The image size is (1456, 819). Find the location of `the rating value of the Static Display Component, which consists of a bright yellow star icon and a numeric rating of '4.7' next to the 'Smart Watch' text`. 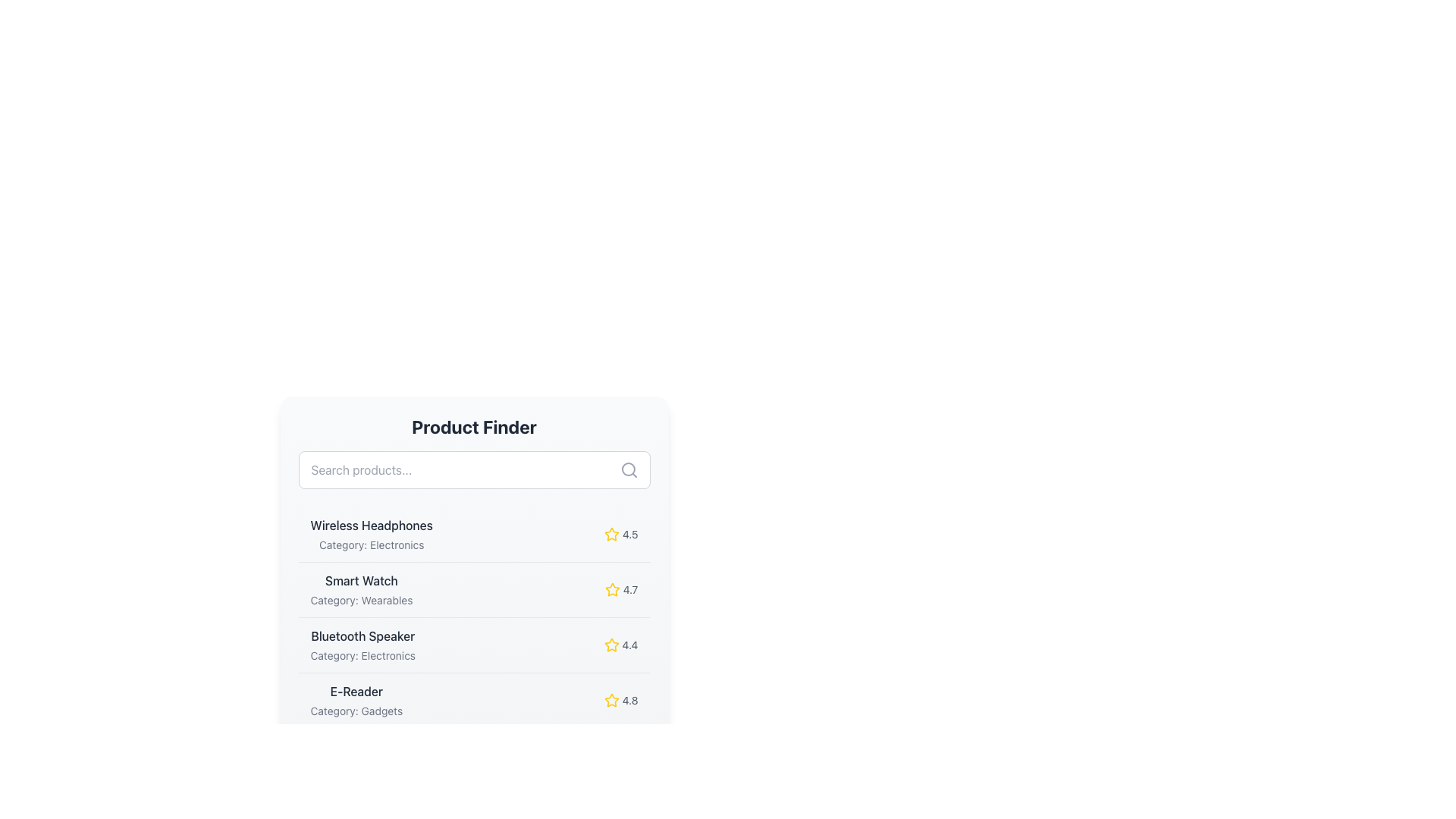

the rating value of the Static Display Component, which consists of a bright yellow star icon and a numeric rating of '4.7' next to the 'Smart Watch' text is located at coordinates (621, 589).